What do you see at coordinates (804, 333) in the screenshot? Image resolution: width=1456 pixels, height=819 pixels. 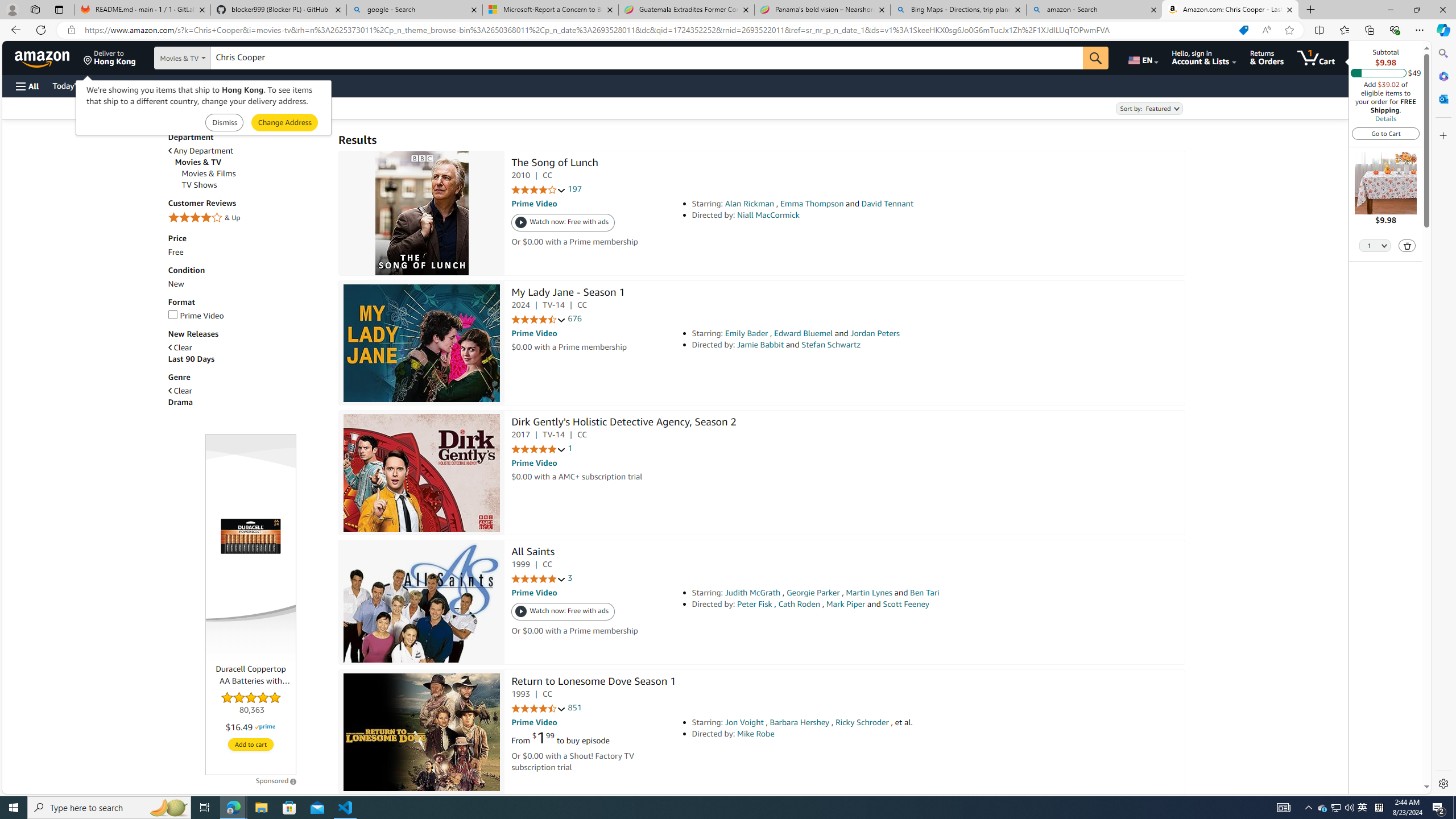 I see `'Edward Bluemel'` at bounding box center [804, 333].